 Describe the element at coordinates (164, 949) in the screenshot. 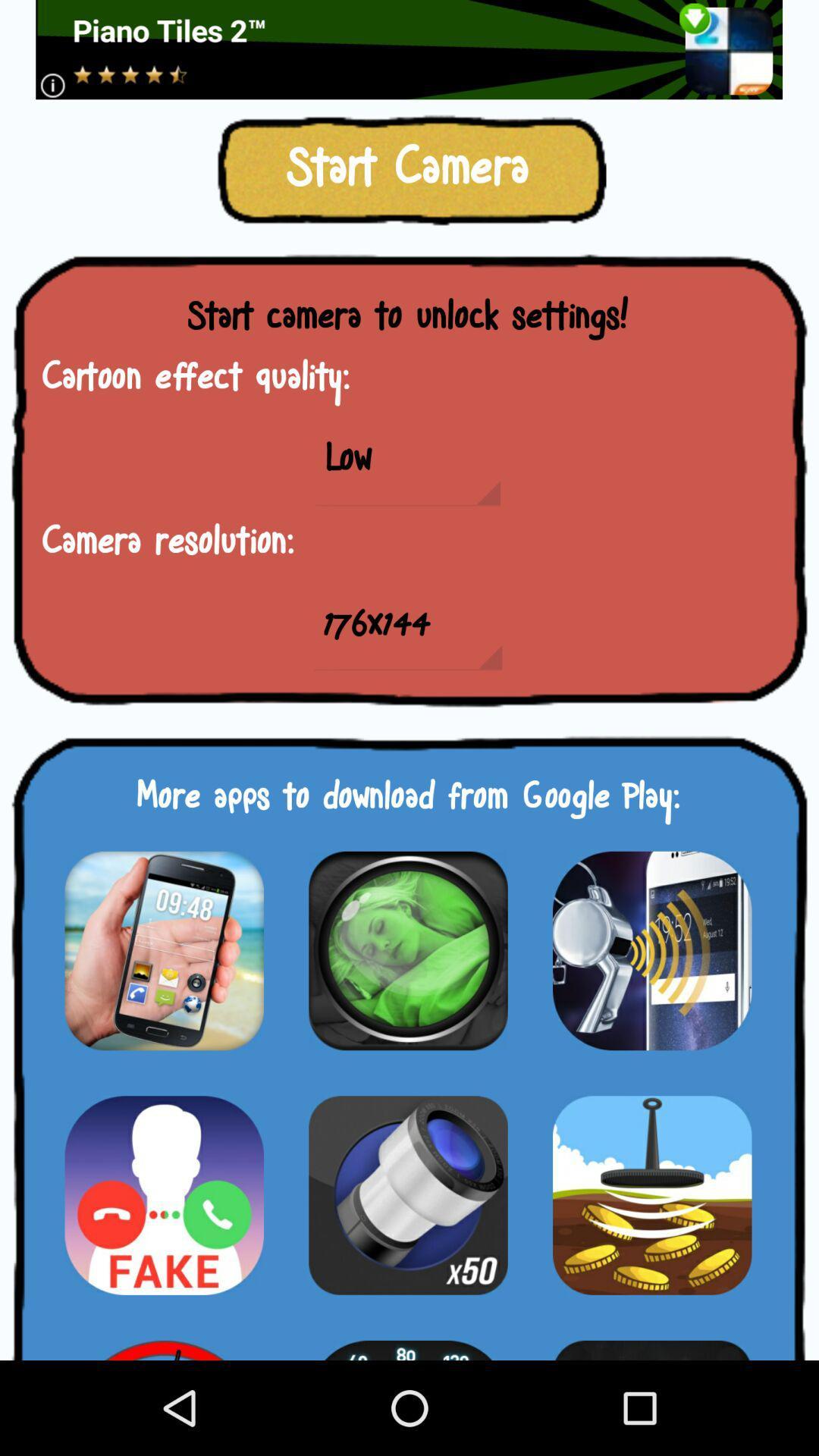

I see `app options` at that location.